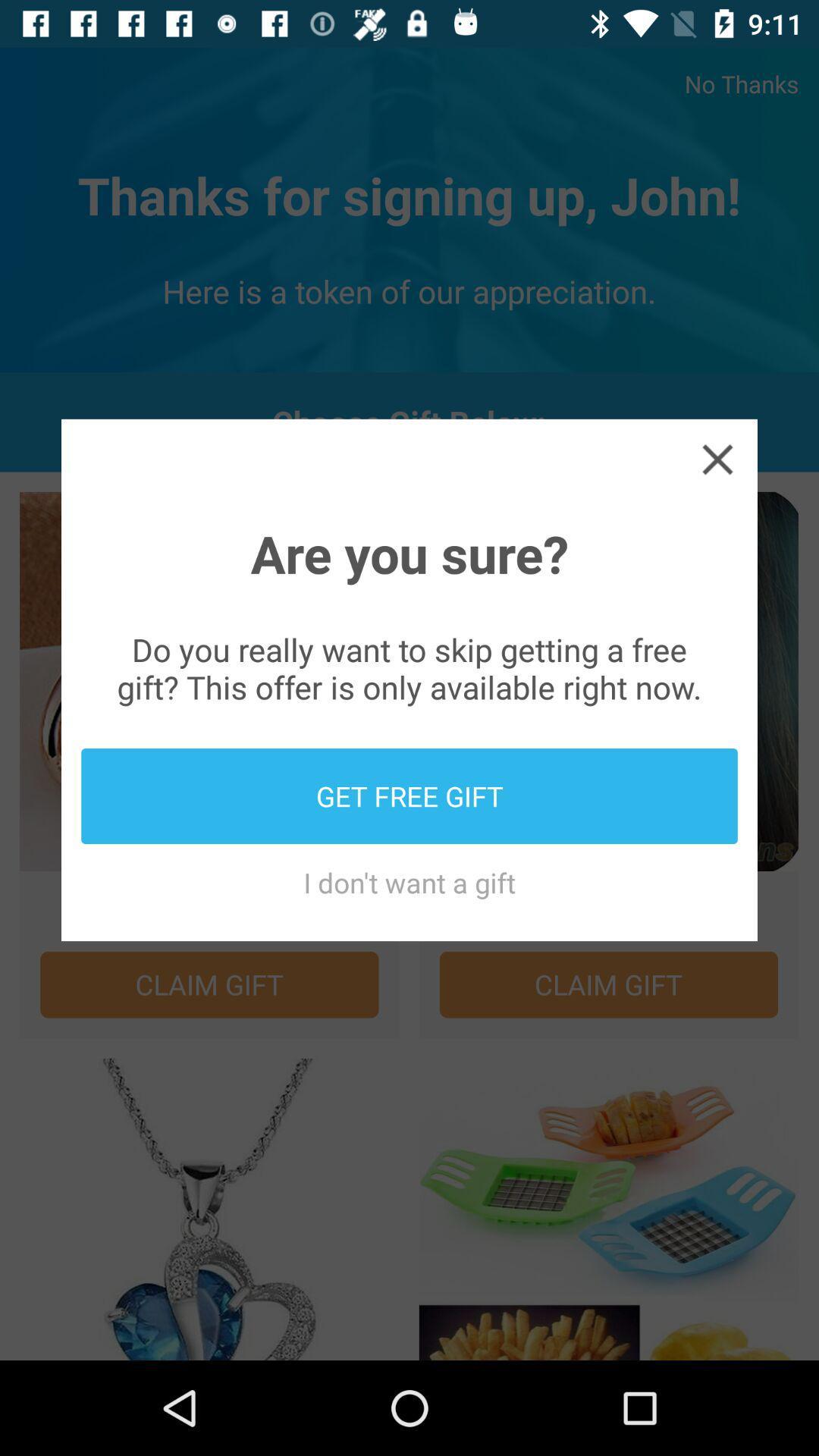 This screenshot has width=819, height=1456. Describe the element at coordinates (717, 458) in the screenshot. I see `close` at that location.